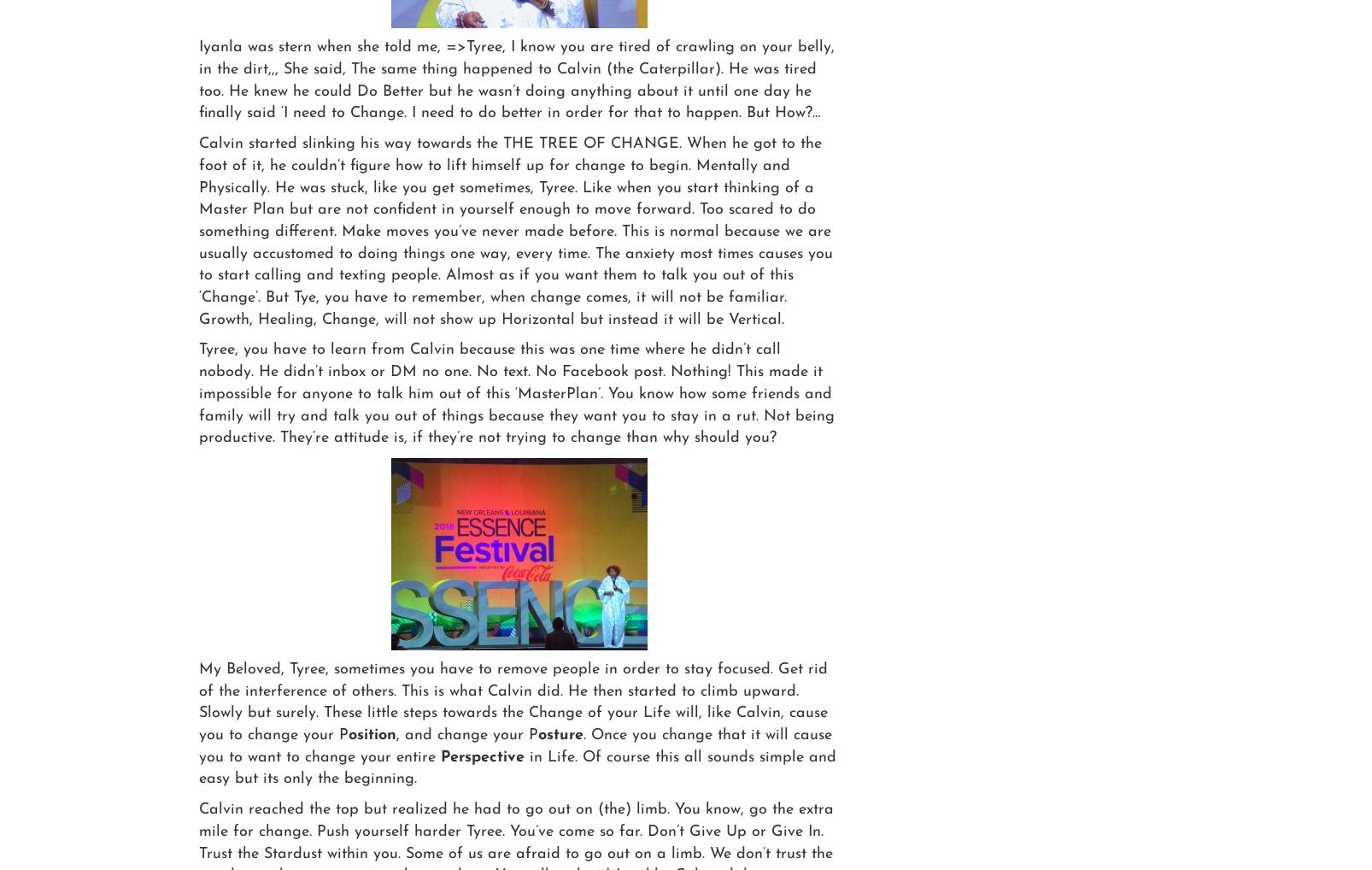  Describe the element at coordinates (560, 734) in the screenshot. I see `'osture'` at that location.